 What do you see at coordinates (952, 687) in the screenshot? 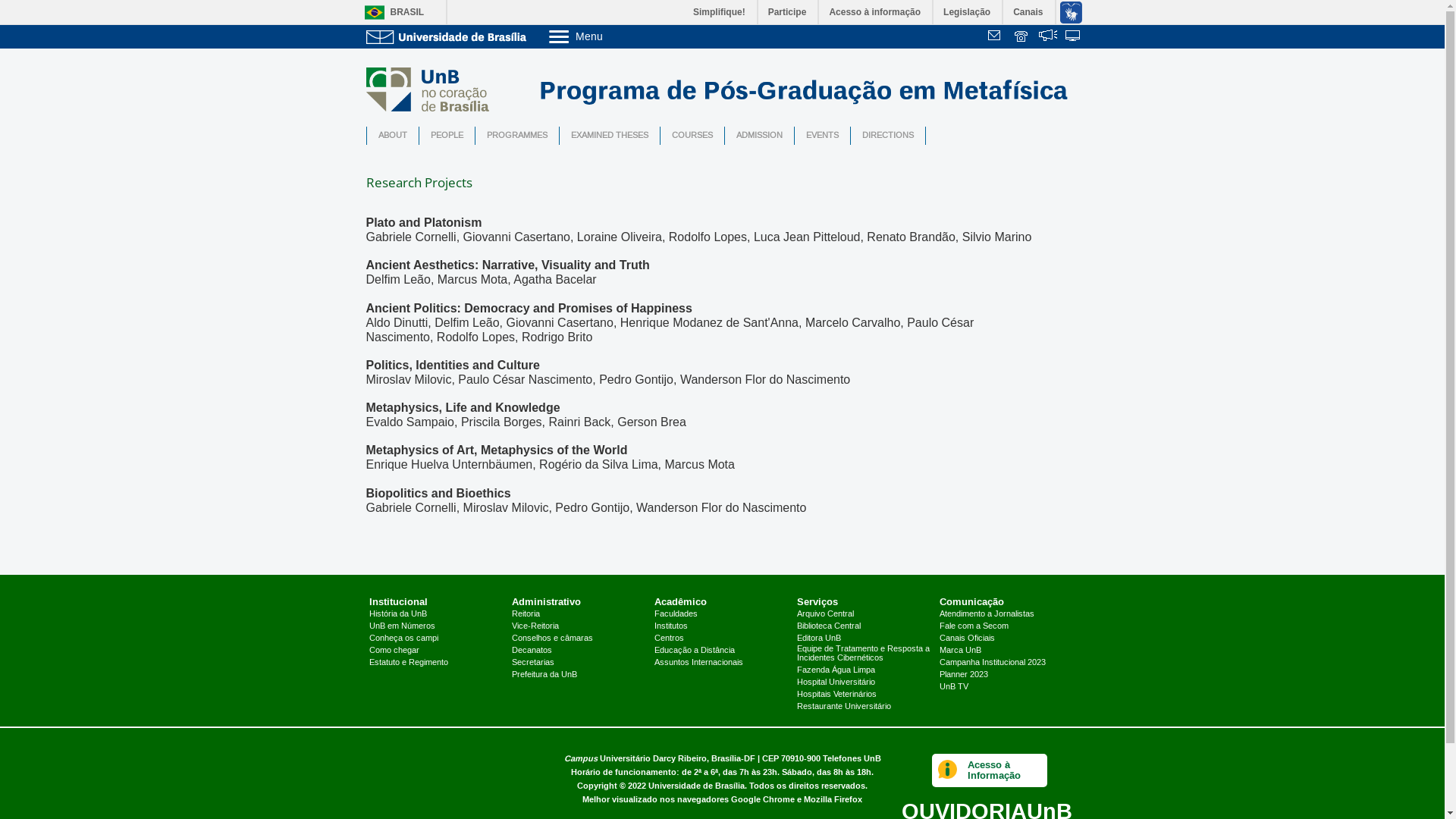
I see `'UnB TV'` at bounding box center [952, 687].